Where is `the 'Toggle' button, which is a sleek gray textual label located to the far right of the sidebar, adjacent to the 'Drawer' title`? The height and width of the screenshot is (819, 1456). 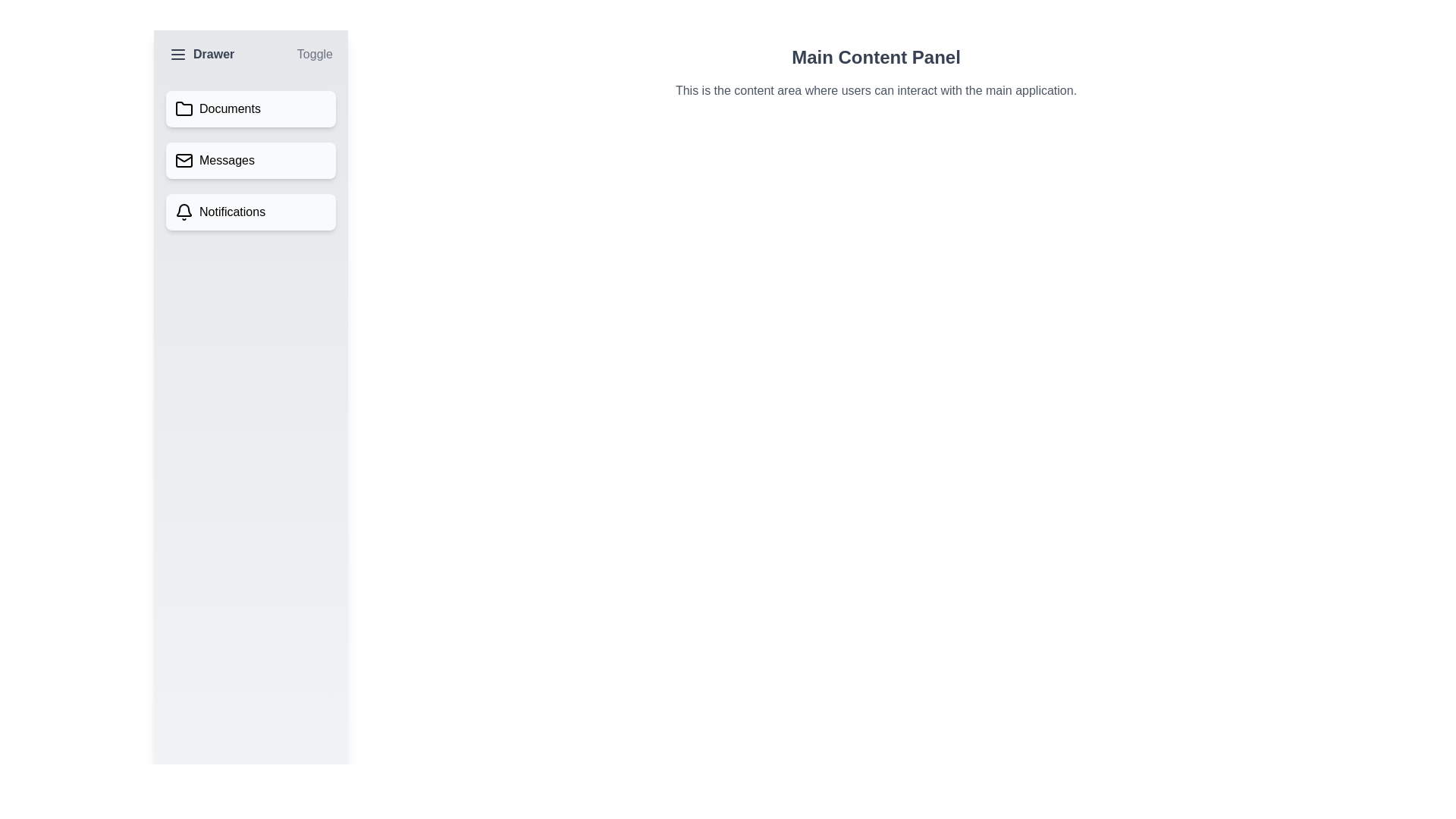 the 'Toggle' button, which is a sleek gray textual label located to the far right of the sidebar, adjacent to the 'Drawer' title is located at coordinates (313, 54).